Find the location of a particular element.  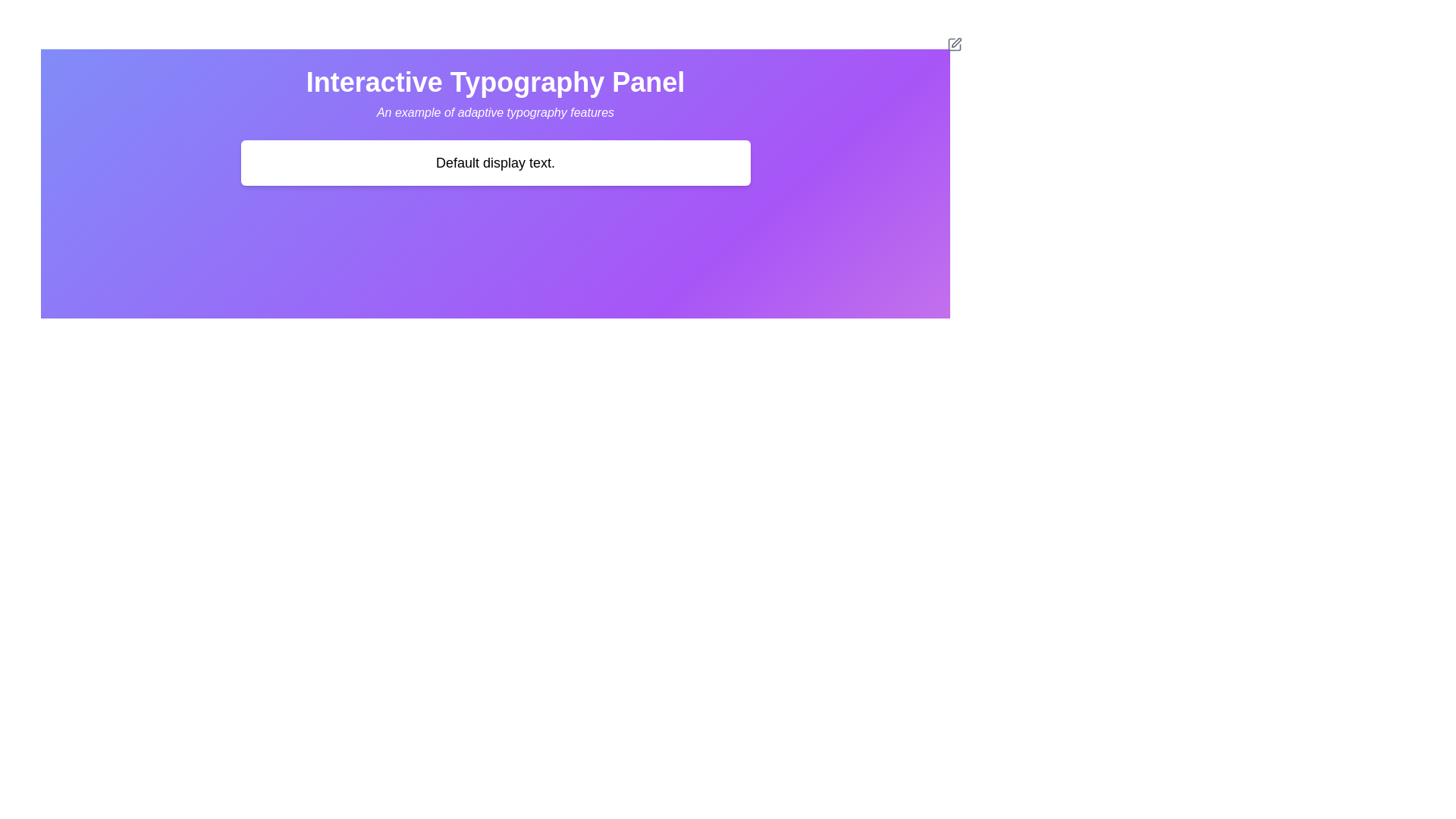

the edit icon located in the top-right corner of the 'Interactive Typography Panel' is located at coordinates (955, 42).